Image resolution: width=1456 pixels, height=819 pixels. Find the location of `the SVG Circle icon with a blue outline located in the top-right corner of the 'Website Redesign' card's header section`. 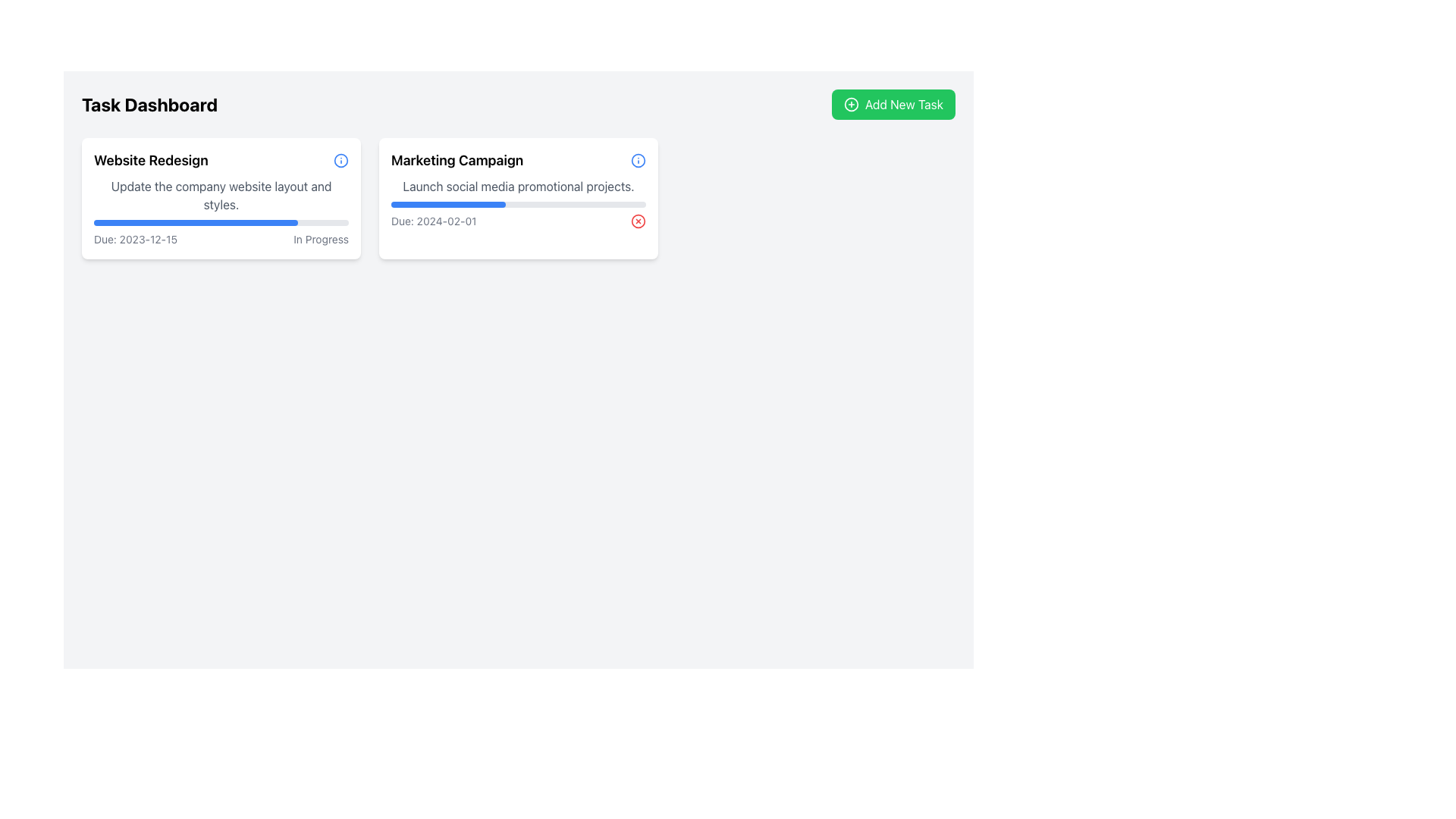

the SVG Circle icon with a blue outline located in the top-right corner of the 'Website Redesign' card's header section is located at coordinates (638, 161).